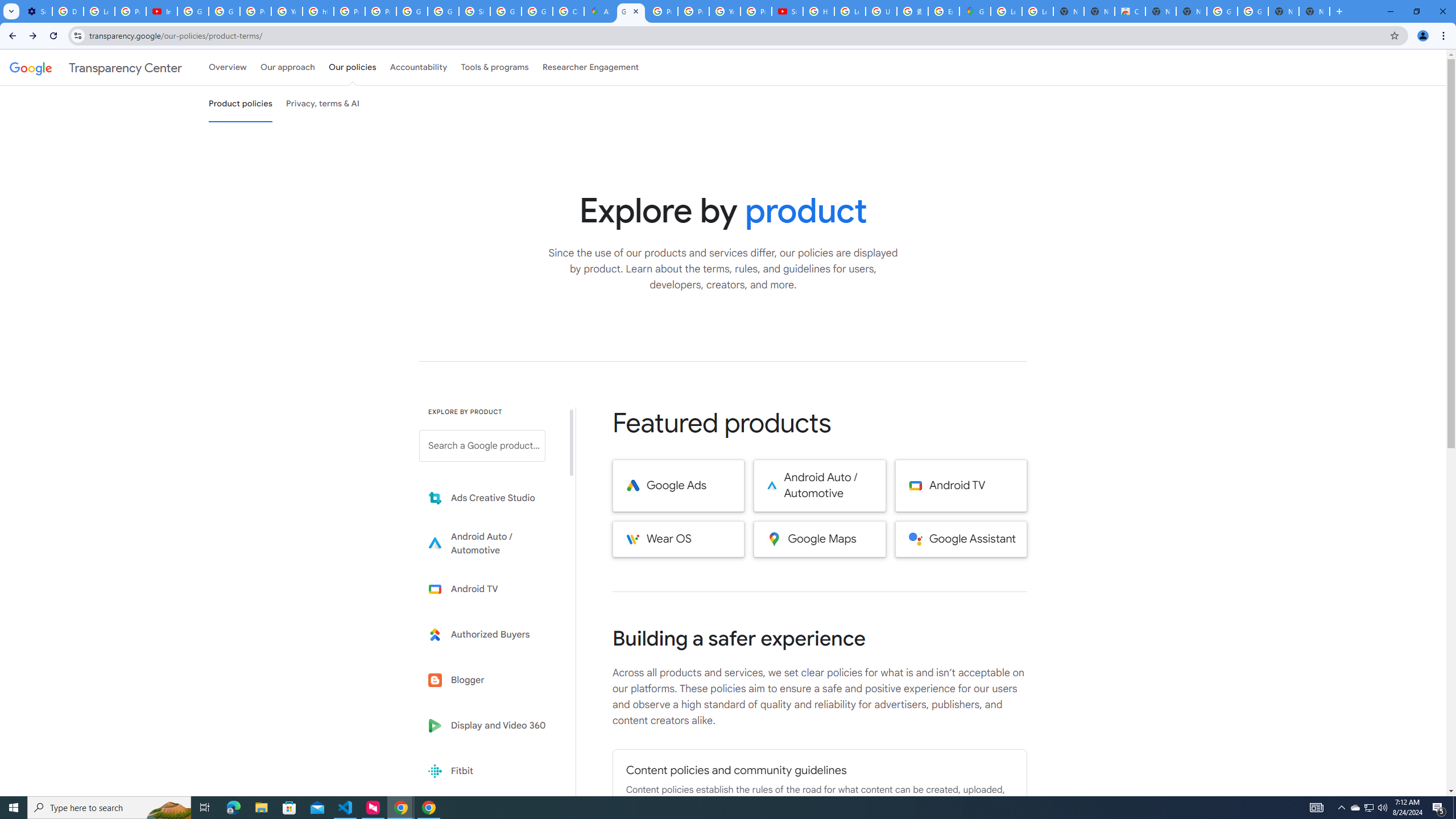 The width and height of the screenshot is (1456, 819). What do you see at coordinates (1129, 11) in the screenshot?
I see `'Chrome Web Store'` at bounding box center [1129, 11].